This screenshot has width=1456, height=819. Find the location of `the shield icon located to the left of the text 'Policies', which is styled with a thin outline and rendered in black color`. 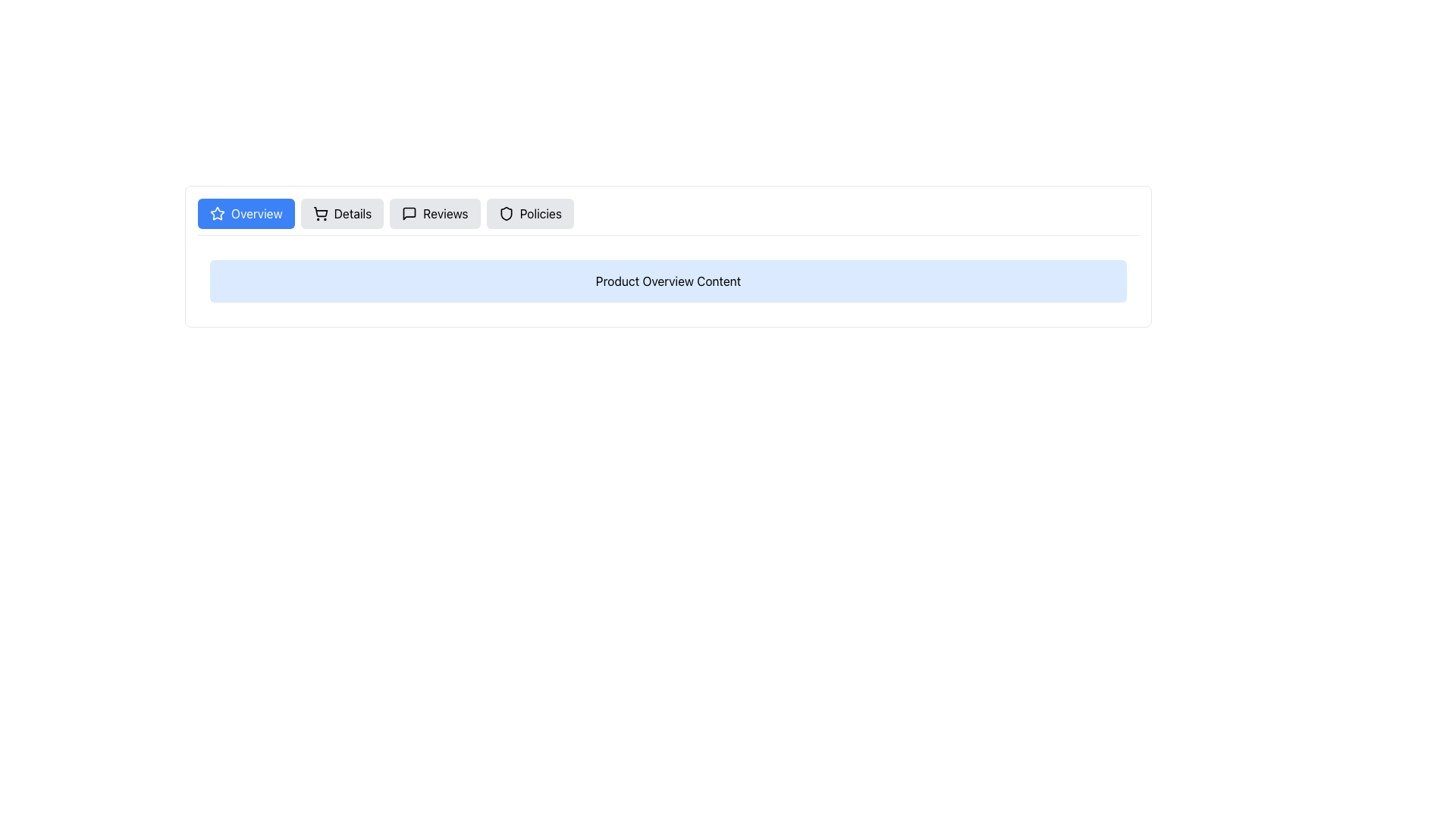

the shield icon located to the left of the text 'Policies', which is styled with a thin outline and rendered in black color is located at coordinates (506, 213).